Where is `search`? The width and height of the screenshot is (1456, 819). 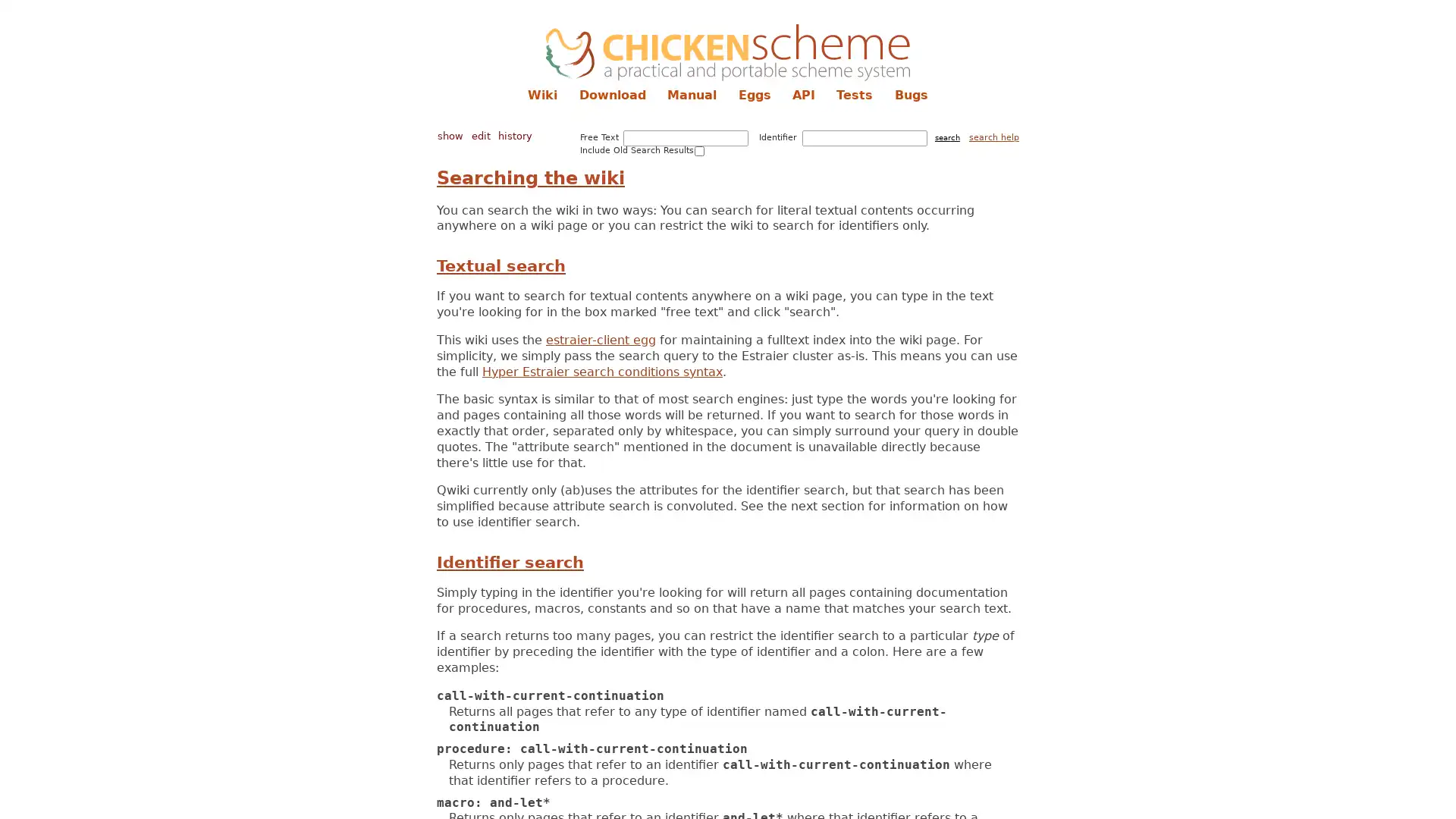 search is located at coordinates (946, 137).